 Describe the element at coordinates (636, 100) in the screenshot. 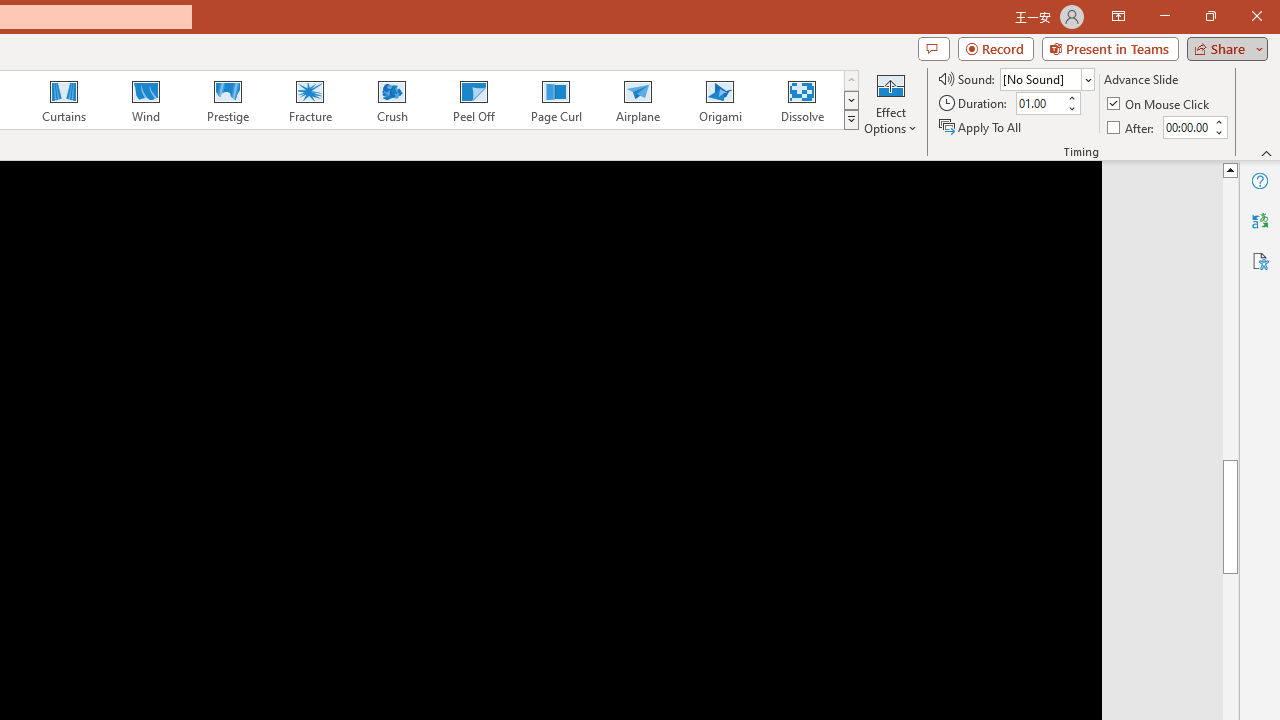

I see `'Airplane'` at that location.